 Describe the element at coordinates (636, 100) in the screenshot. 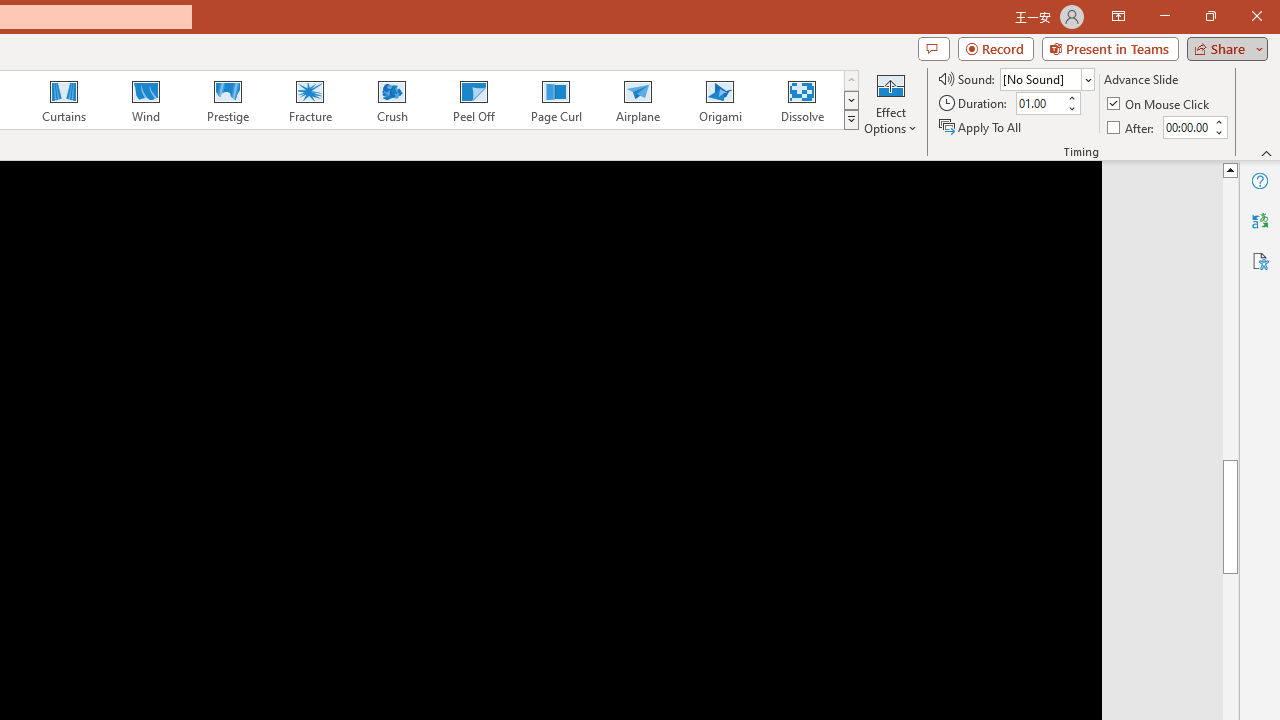

I see `'Airplane'` at that location.